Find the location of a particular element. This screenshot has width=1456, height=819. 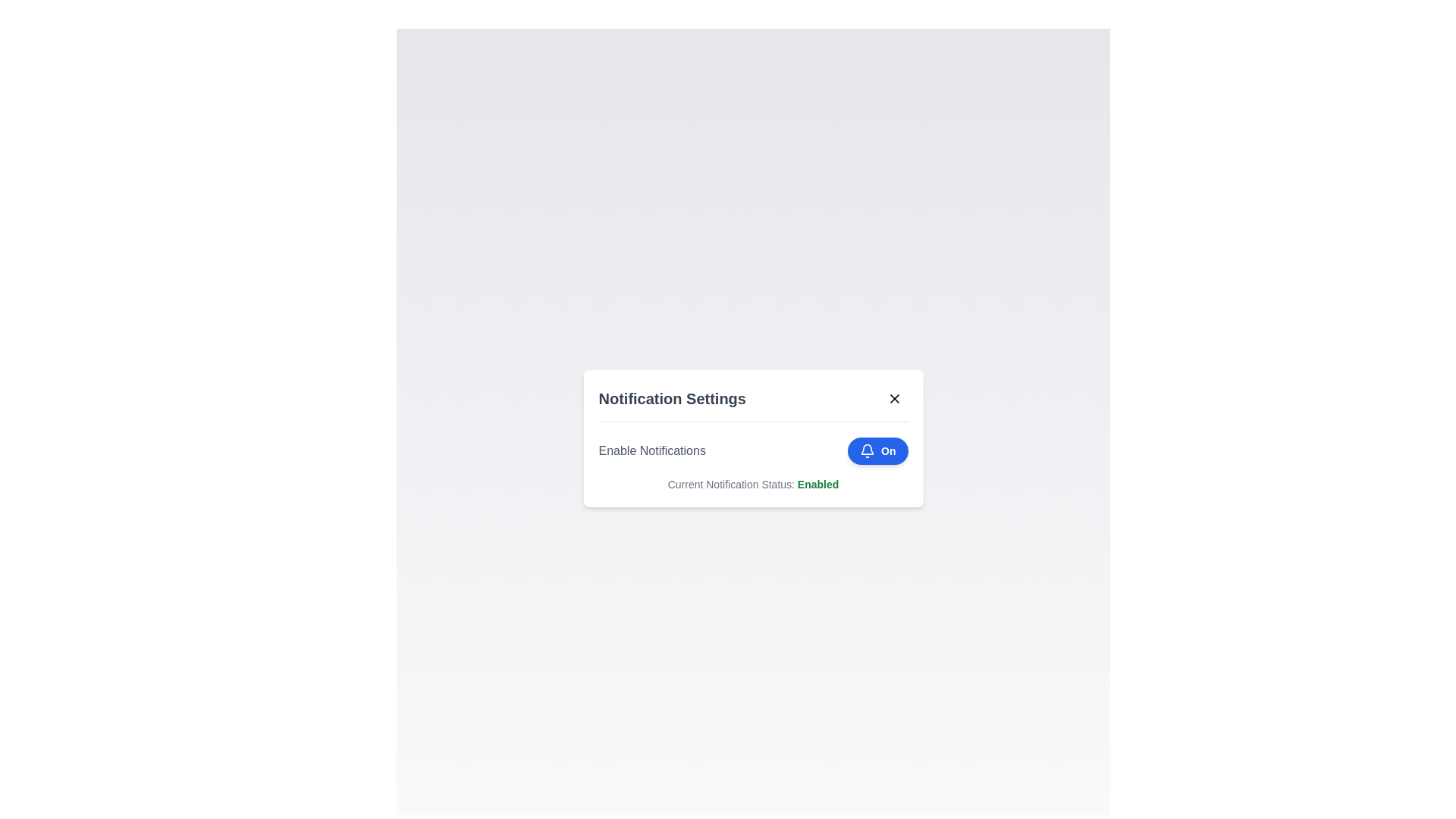

the 'close' icon represented by an 'X' character located at the top-right corner of the notification settings modal is located at coordinates (894, 397).